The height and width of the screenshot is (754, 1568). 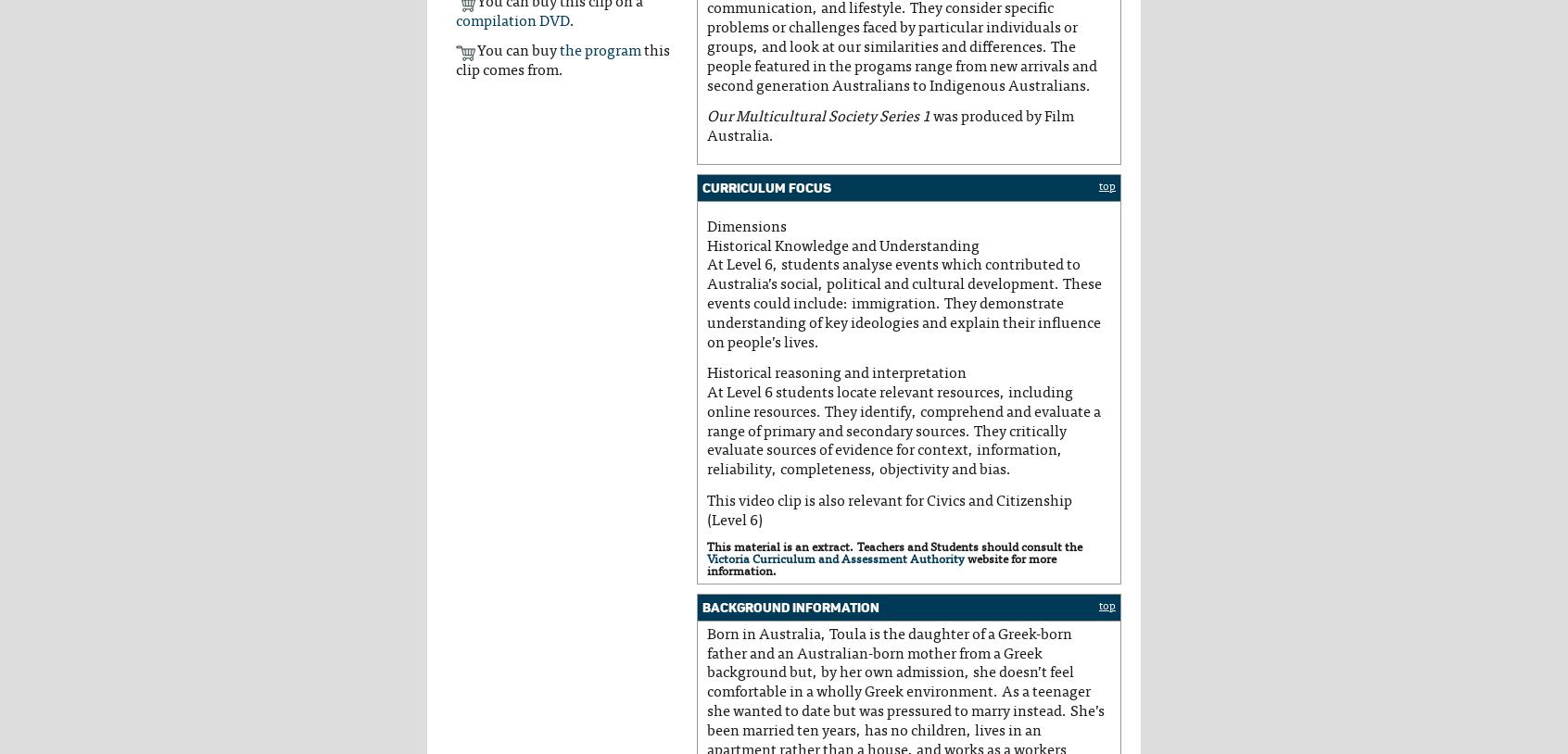 What do you see at coordinates (512, 20) in the screenshot?
I see `'compilation DVD'` at bounding box center [512, 20].